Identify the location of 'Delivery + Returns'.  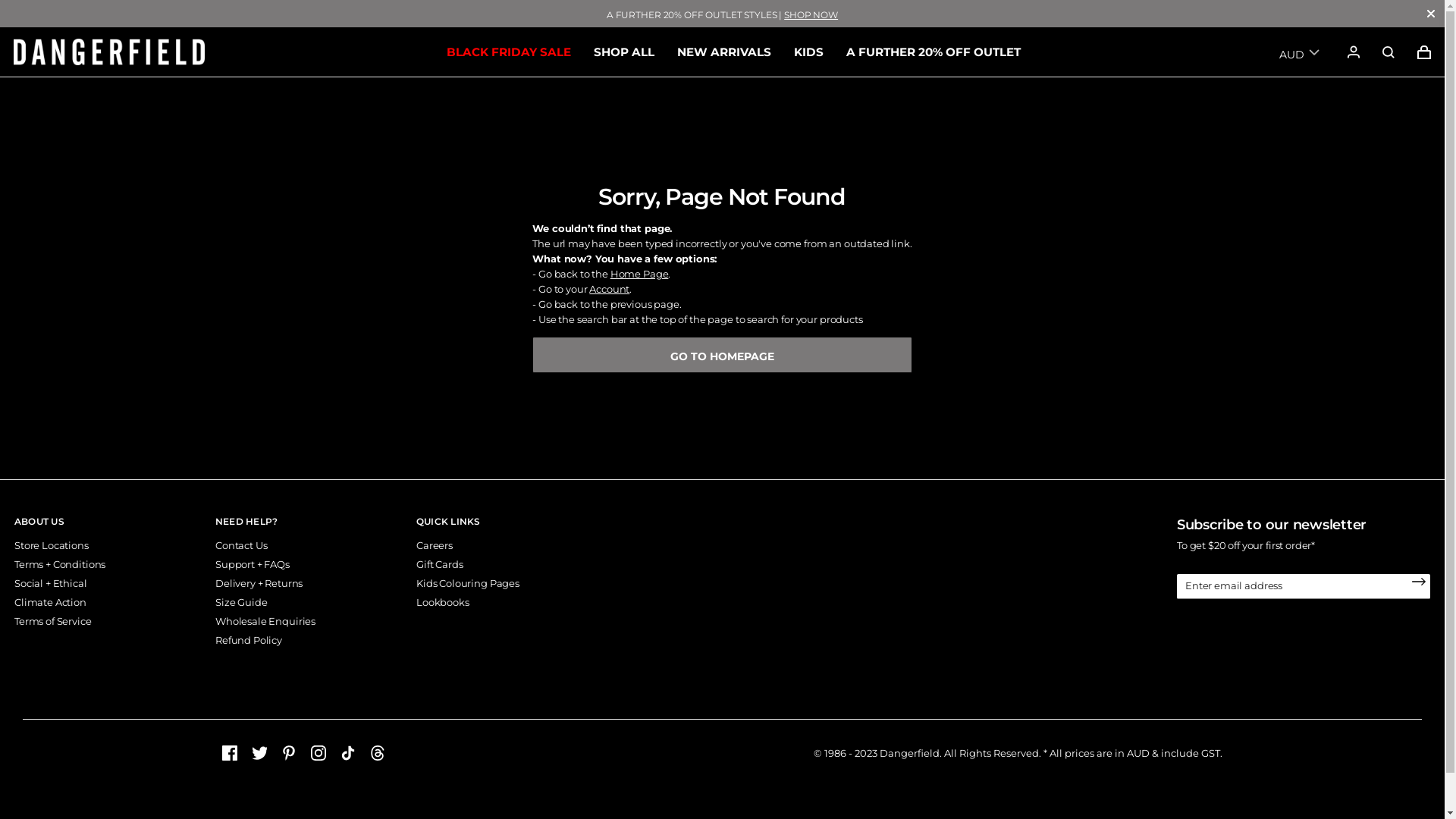
(259, 582).